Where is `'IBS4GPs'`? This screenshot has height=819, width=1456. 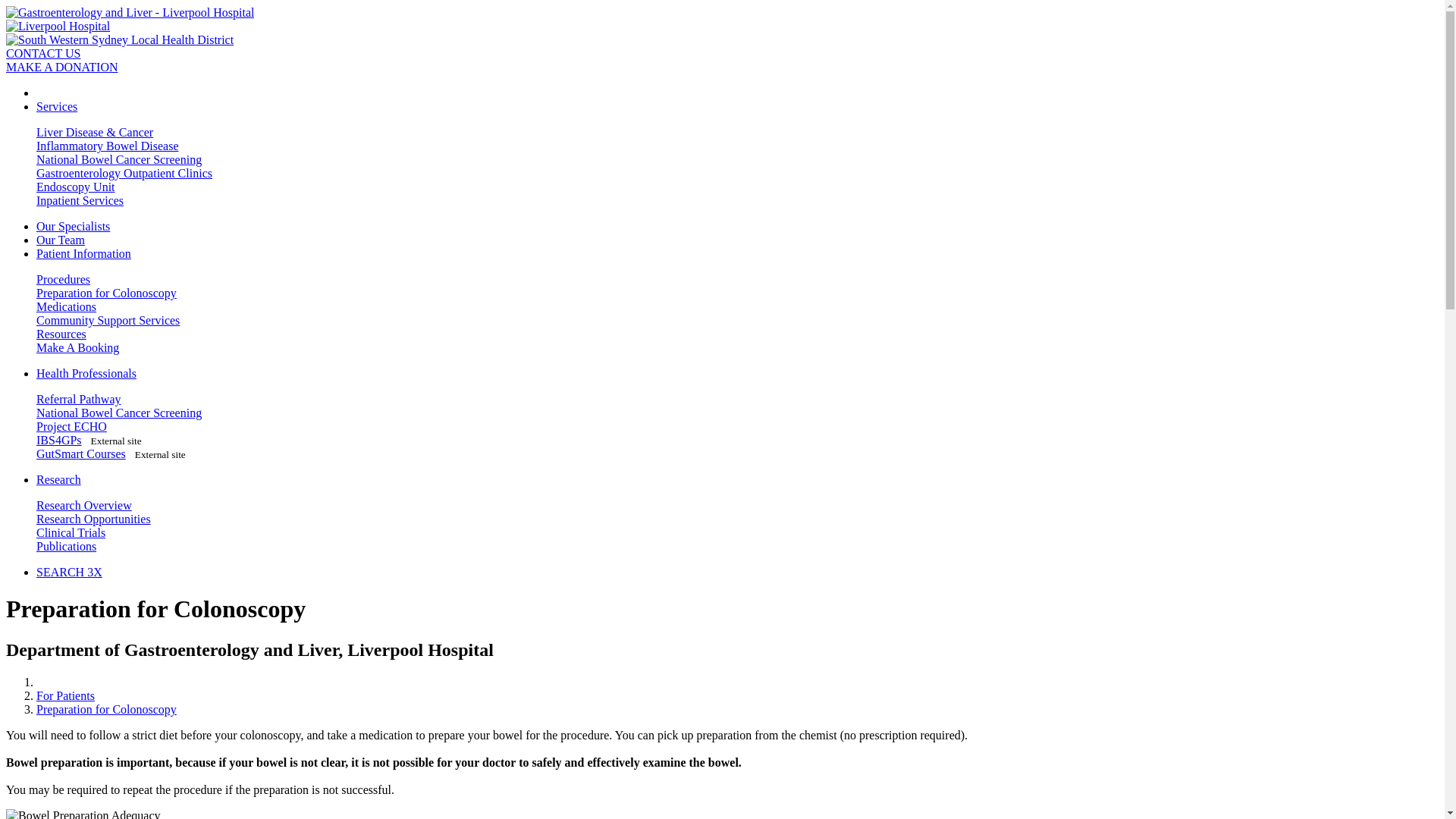
'IBS4GPs' is located at coordinates (58, 440).